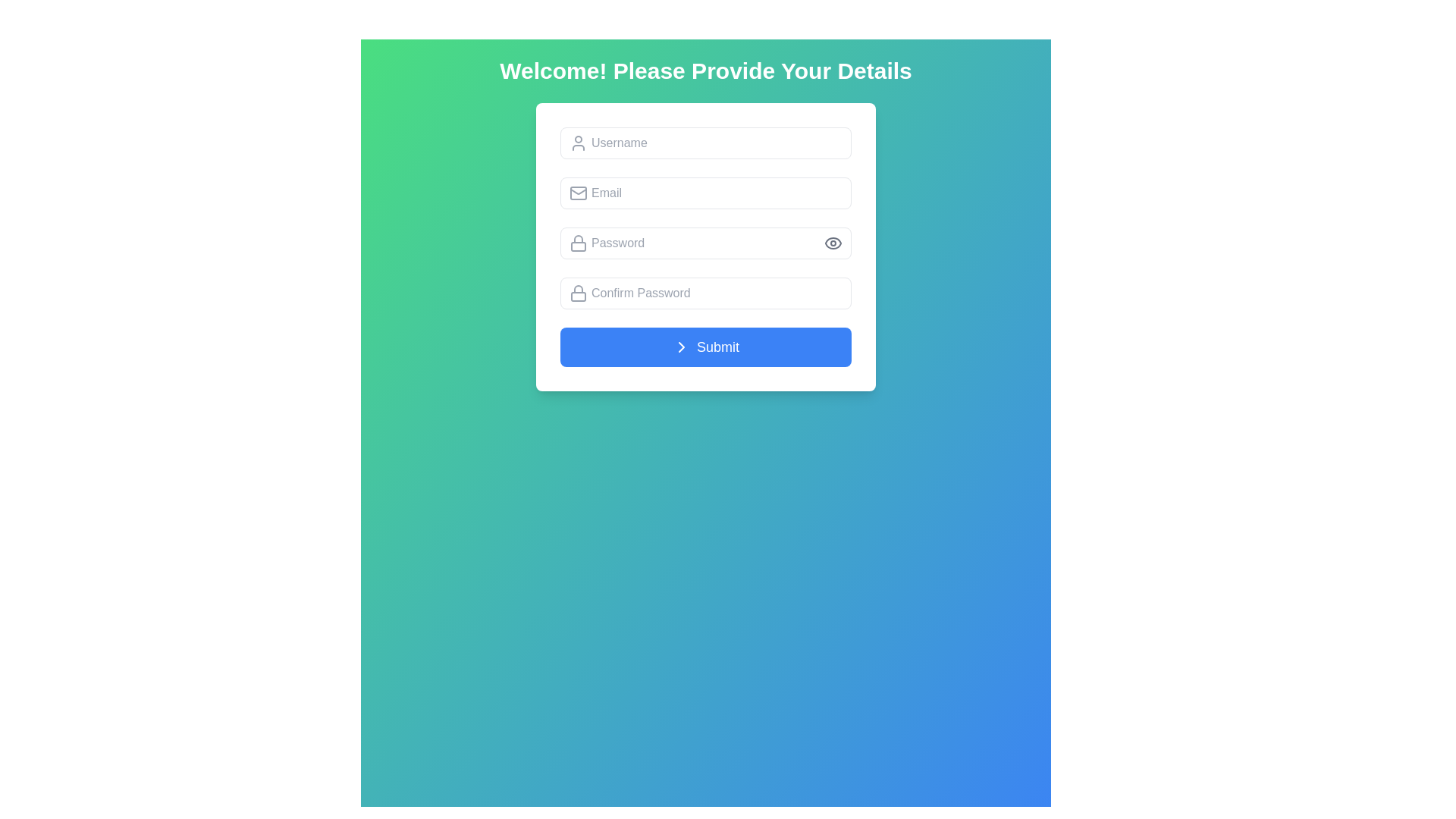  I want to click on the small rectangle with rounded corners that represents the body of the lock icon adjacent to the 'Confirm Password' input field, so click(578, 297).